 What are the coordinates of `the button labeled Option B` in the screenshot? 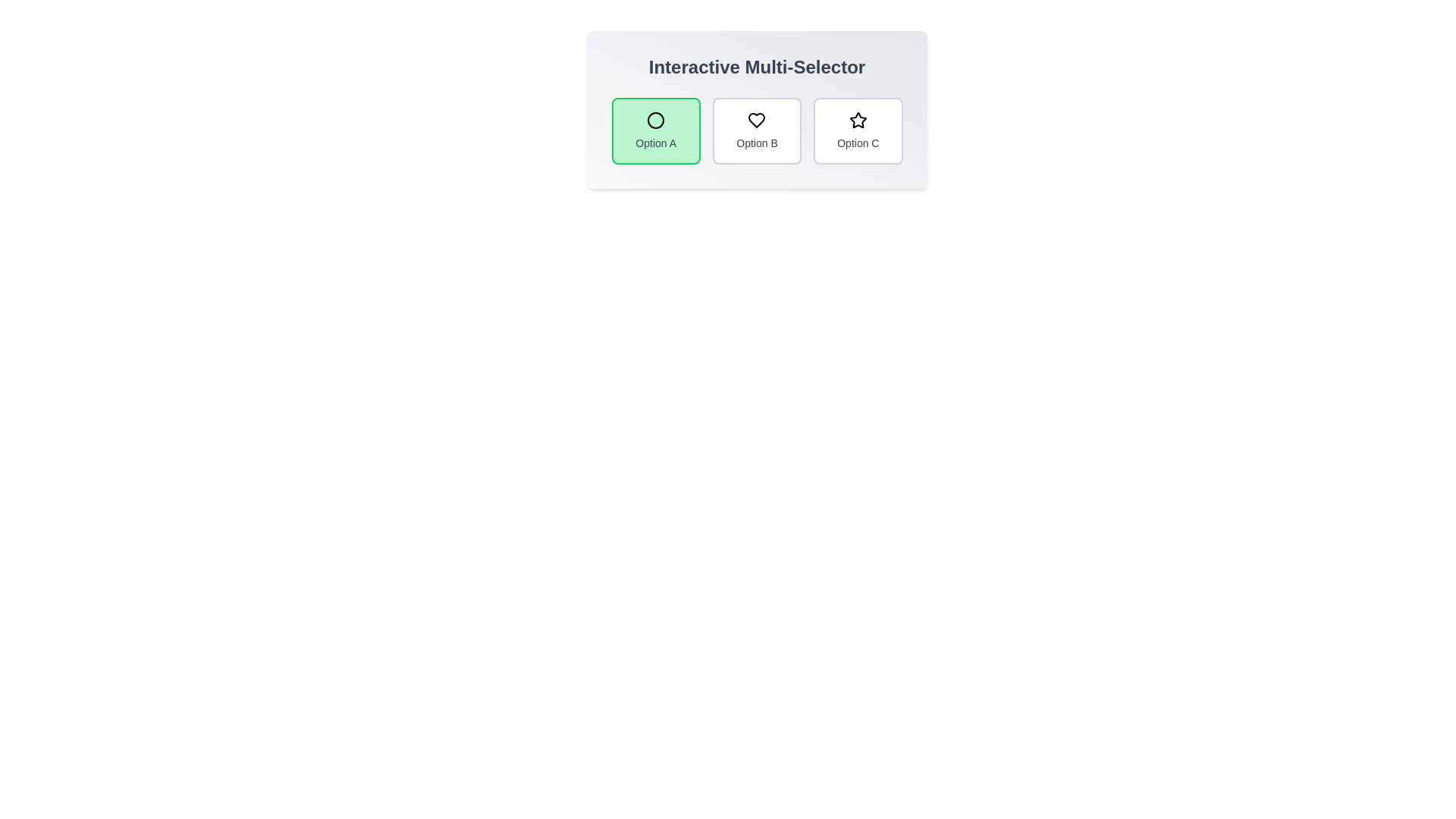 It's located at (757, 130).